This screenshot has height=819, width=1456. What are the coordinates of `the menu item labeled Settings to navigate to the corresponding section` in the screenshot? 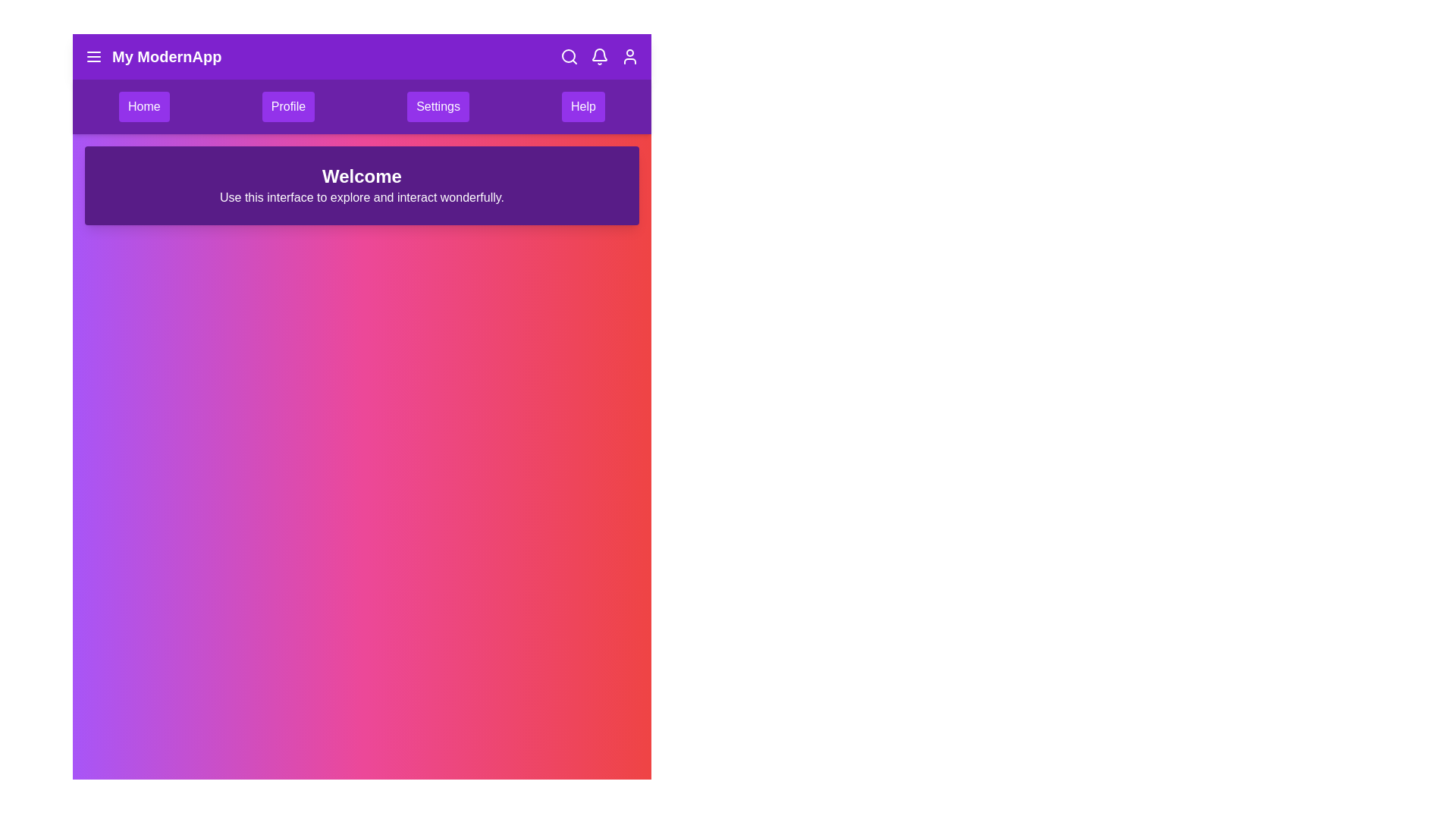 It's located at (437, 106).